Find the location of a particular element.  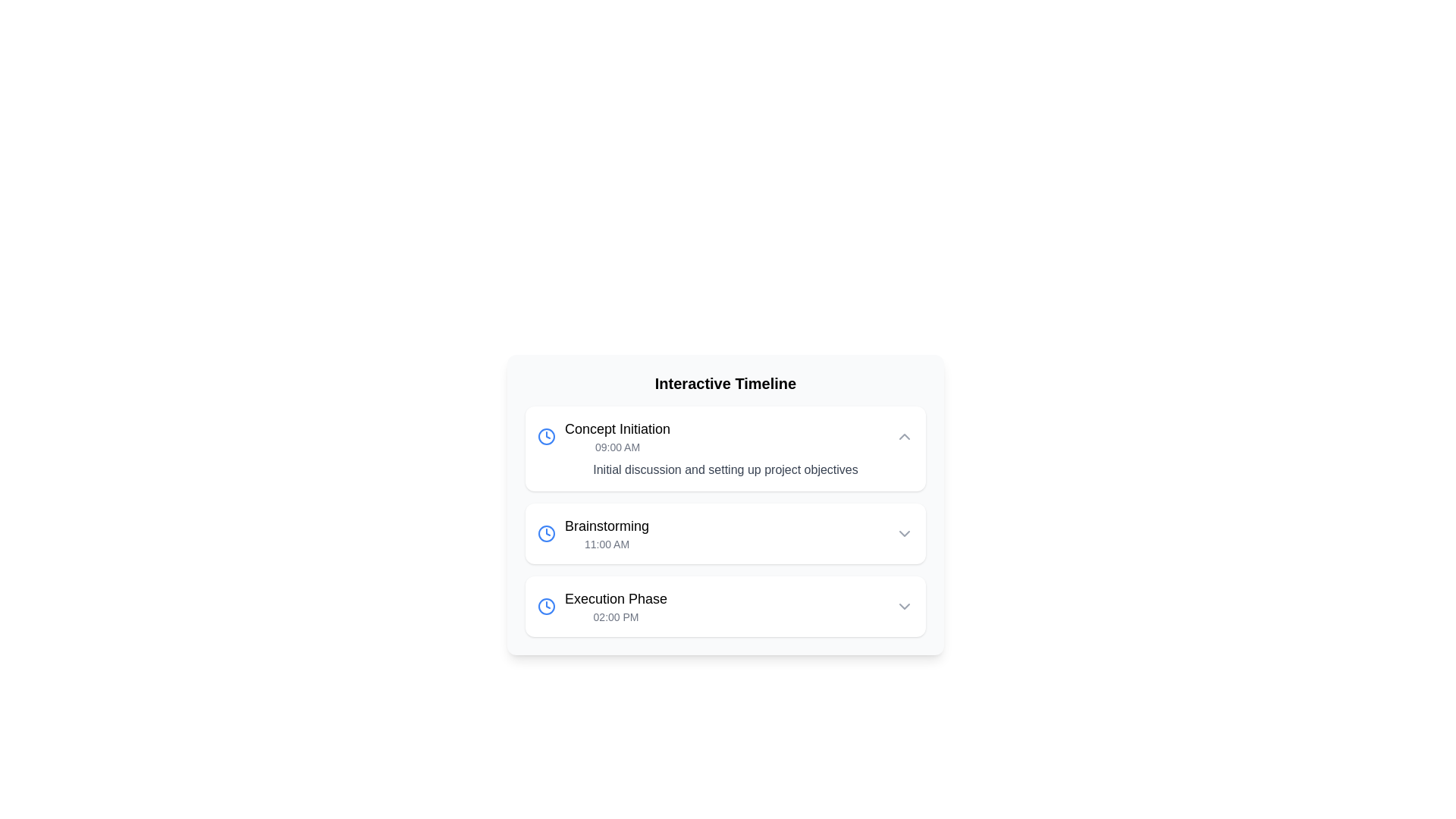

the 'Execution Phase' item in the timeline is located at coordinates (724, 605).